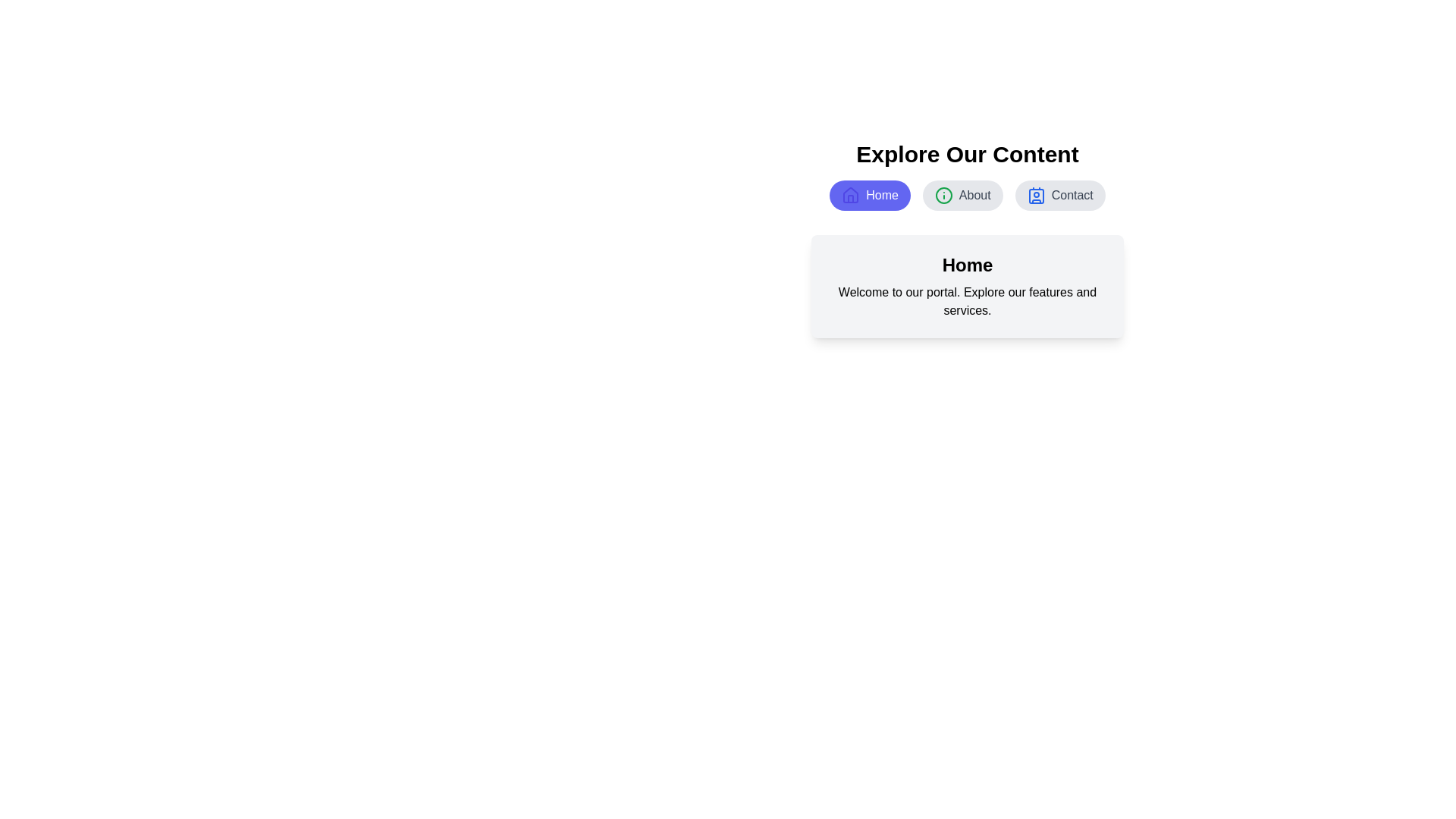  Describe the element at coordinates (962, 195) in the screenshot. I see `the About tab by clicking its button` at that location.